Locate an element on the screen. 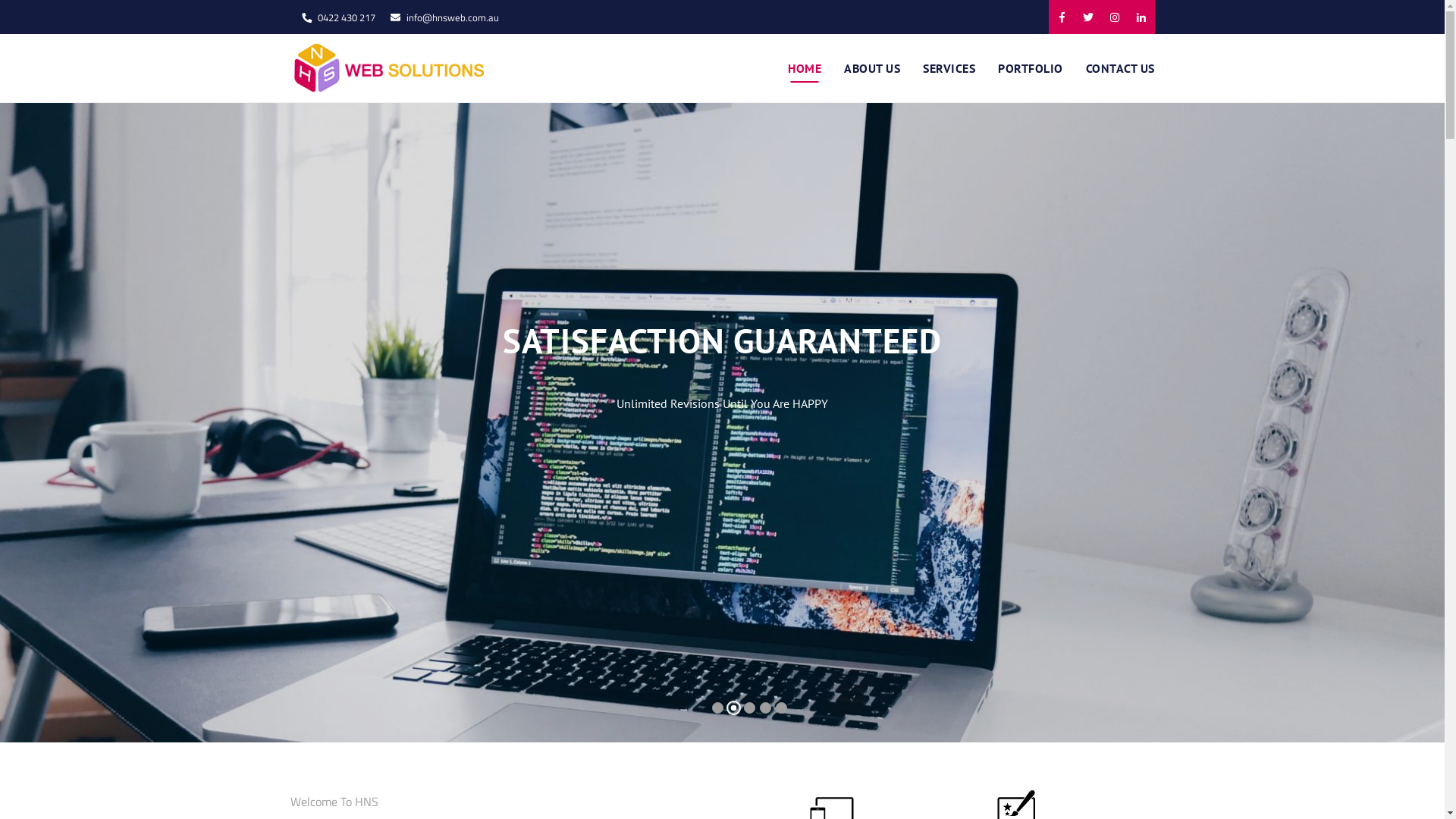  'HOME' is located at coordinates (803, 67).